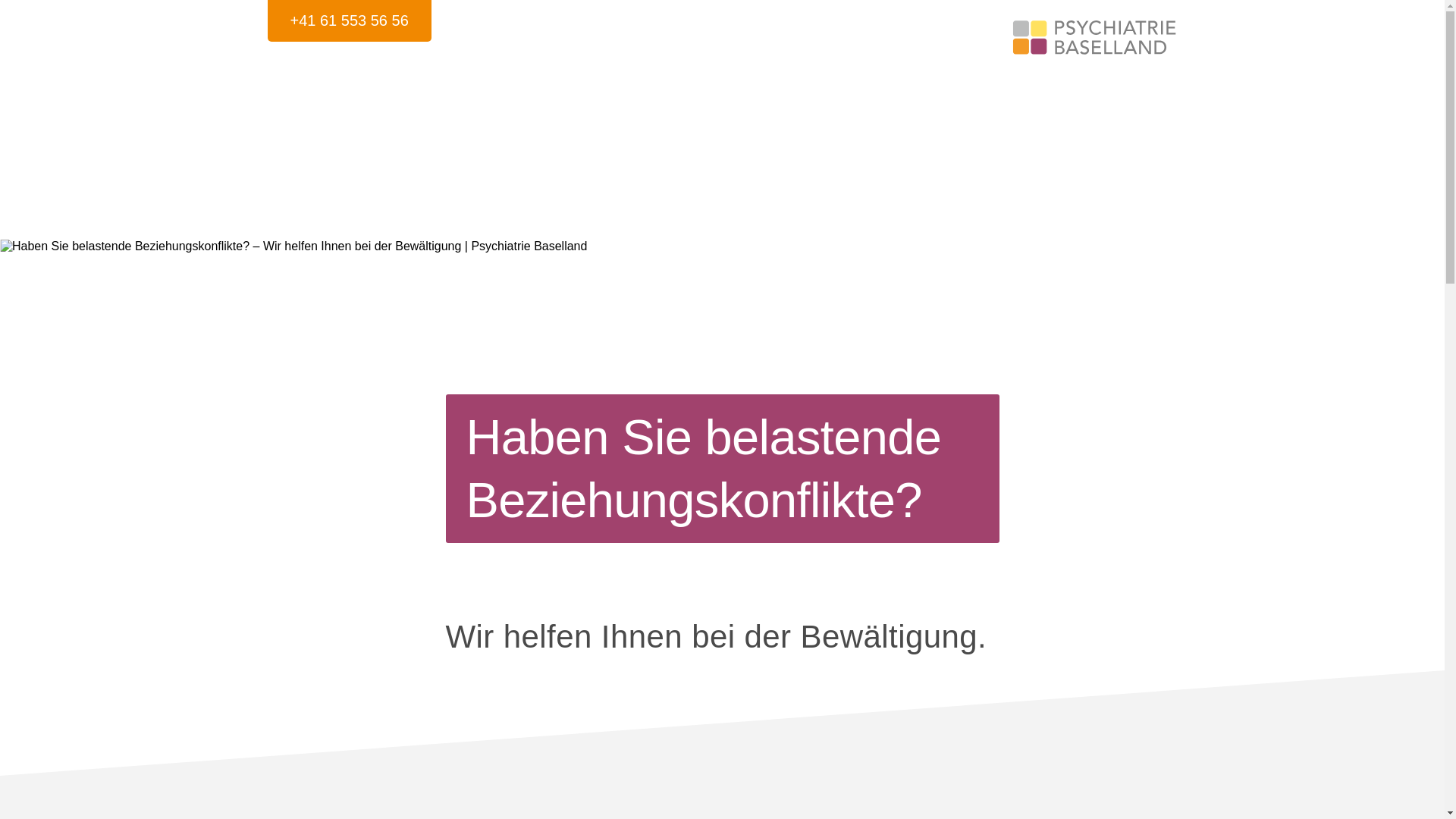  I want to click on '+41 61 553 56 56', so click(348, 20).